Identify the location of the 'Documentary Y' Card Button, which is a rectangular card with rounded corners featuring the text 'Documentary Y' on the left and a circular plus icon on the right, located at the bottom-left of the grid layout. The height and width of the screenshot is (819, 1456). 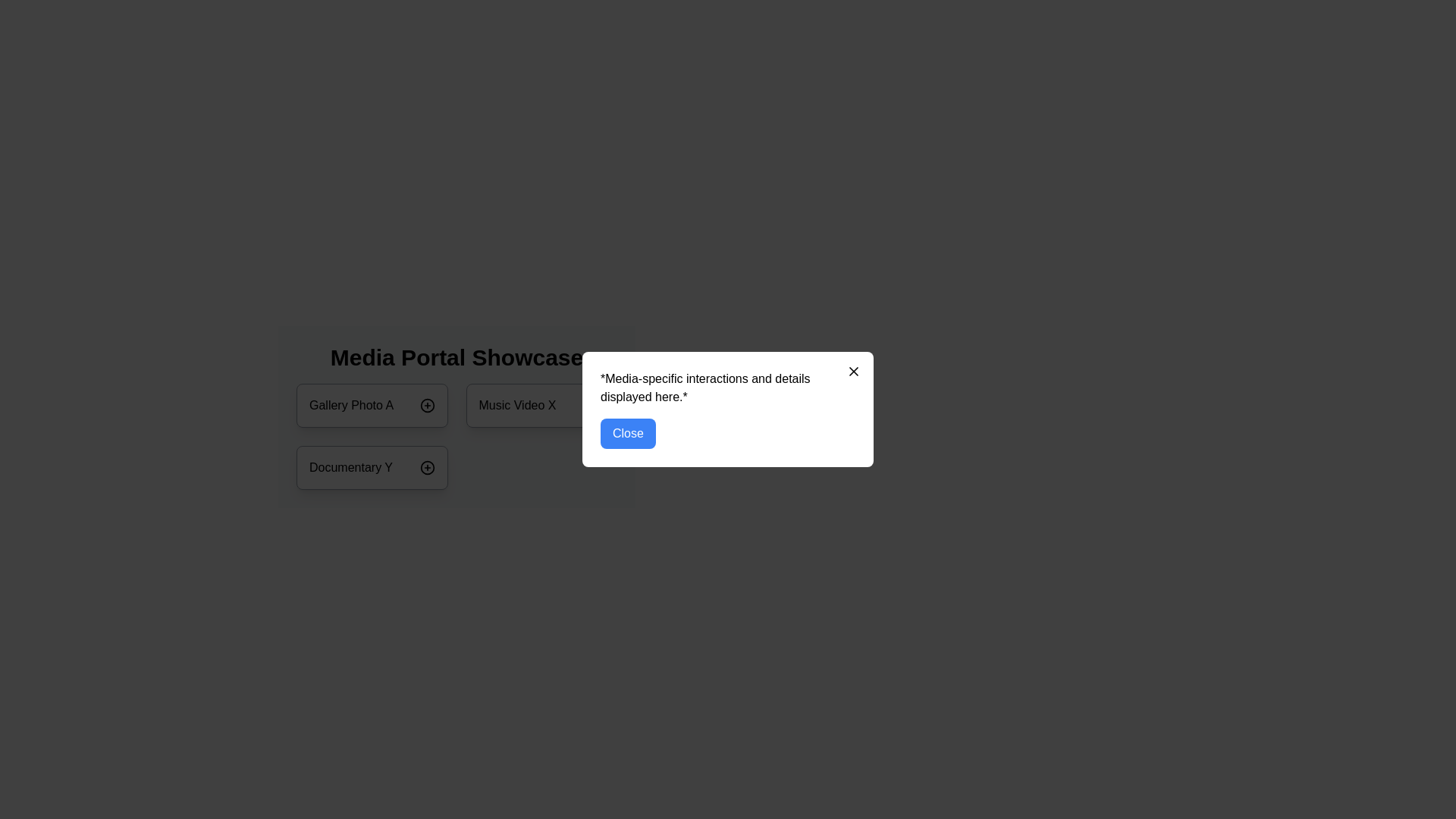
(372, 467).